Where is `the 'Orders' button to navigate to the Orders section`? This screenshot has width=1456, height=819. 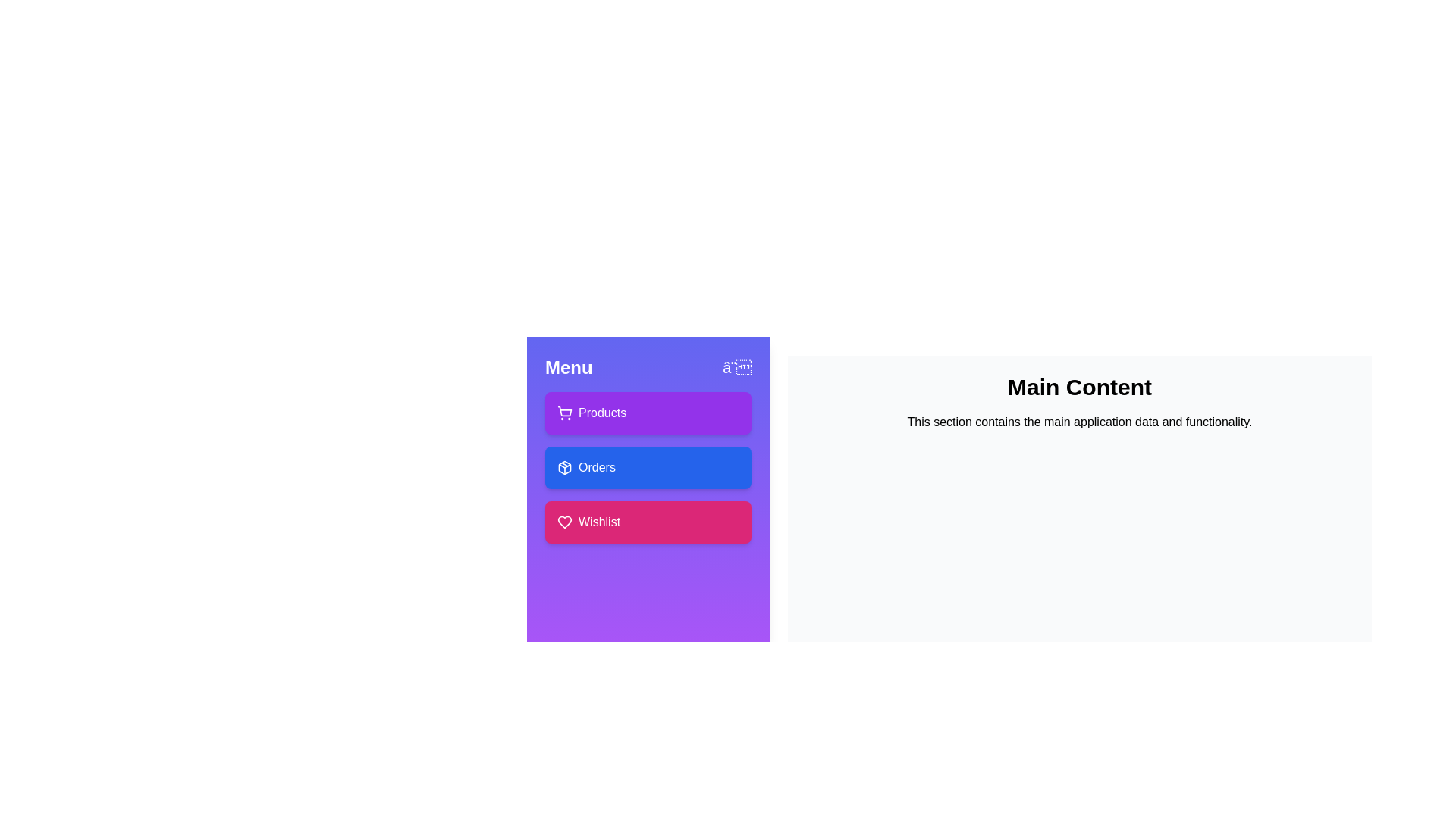
the 'Orders' button to navigate to the Orders section is located at coordinates (648, 467).